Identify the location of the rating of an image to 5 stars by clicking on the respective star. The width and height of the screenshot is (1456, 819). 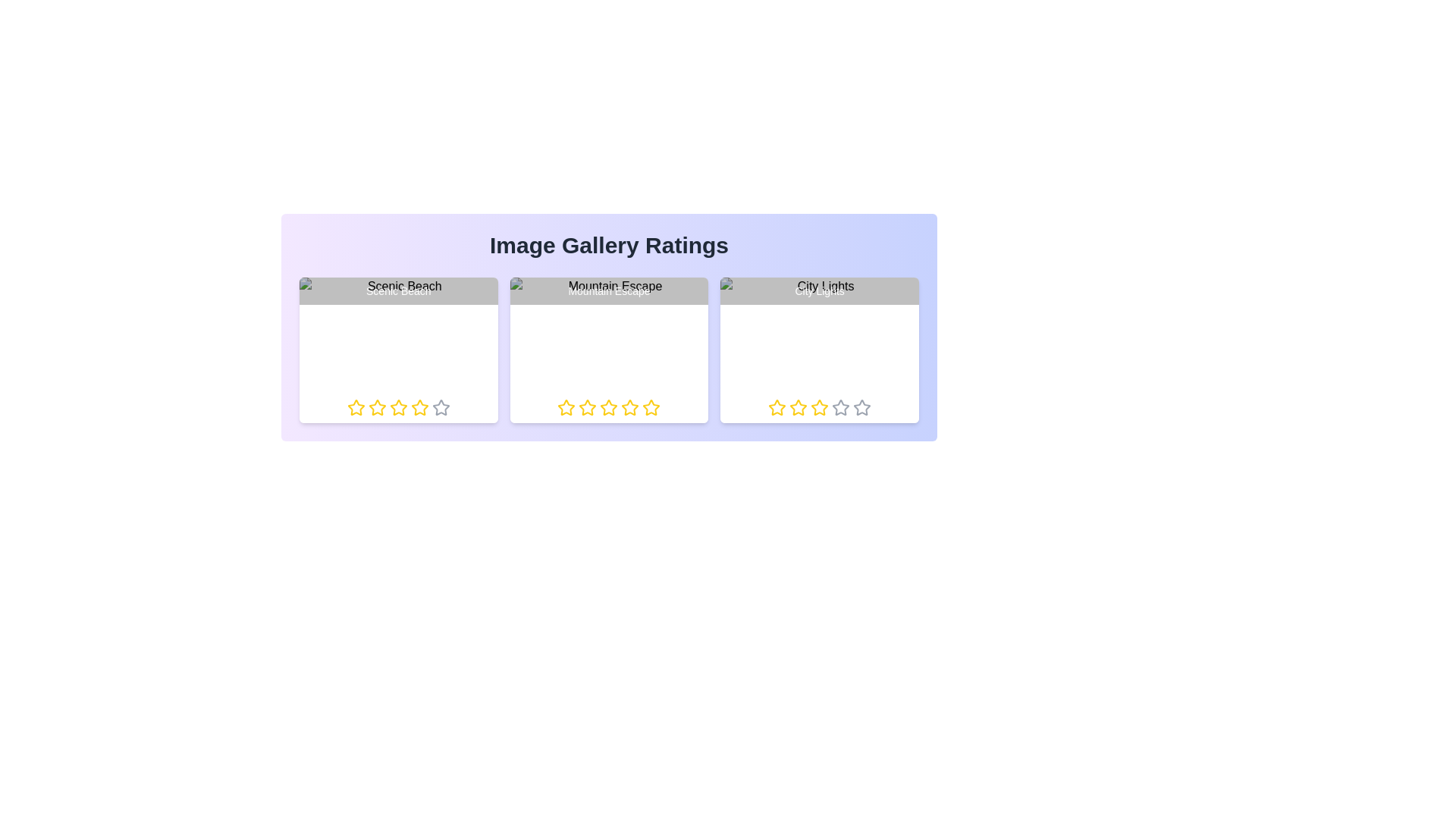
(440, 406).